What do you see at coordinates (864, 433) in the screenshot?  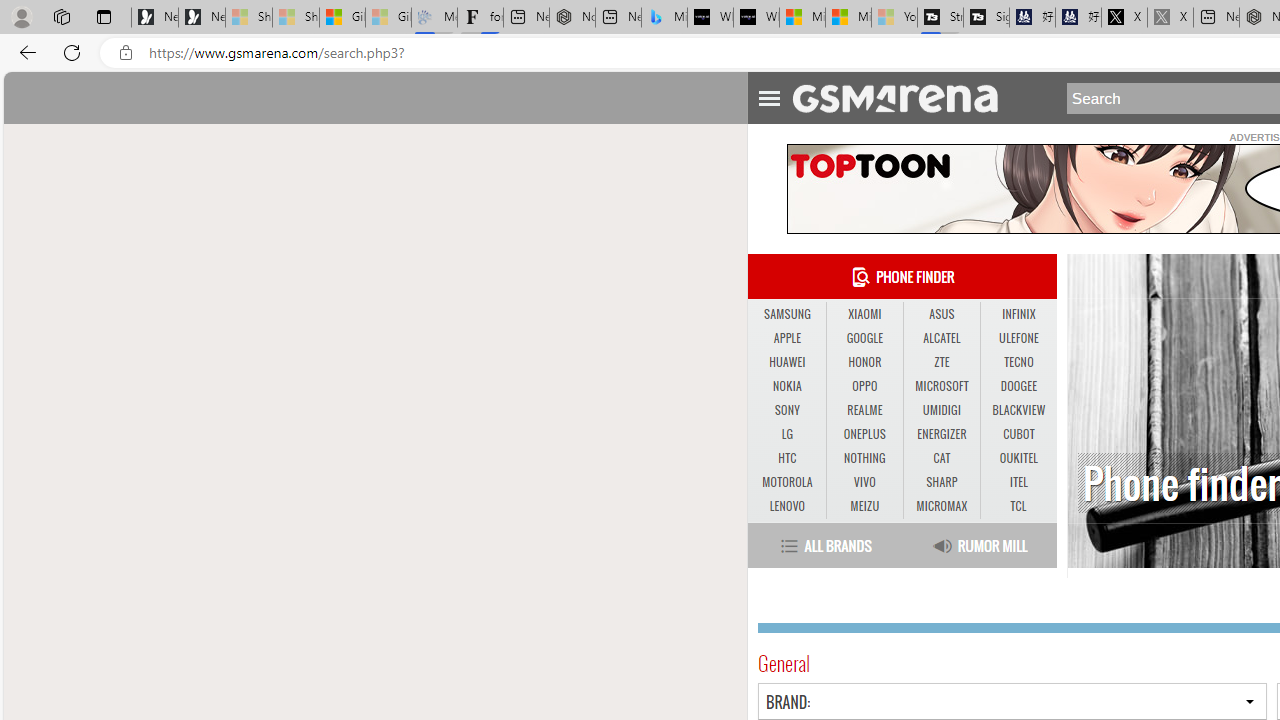 I see `'ONEPLUS'` at bounding box center [864, 433].